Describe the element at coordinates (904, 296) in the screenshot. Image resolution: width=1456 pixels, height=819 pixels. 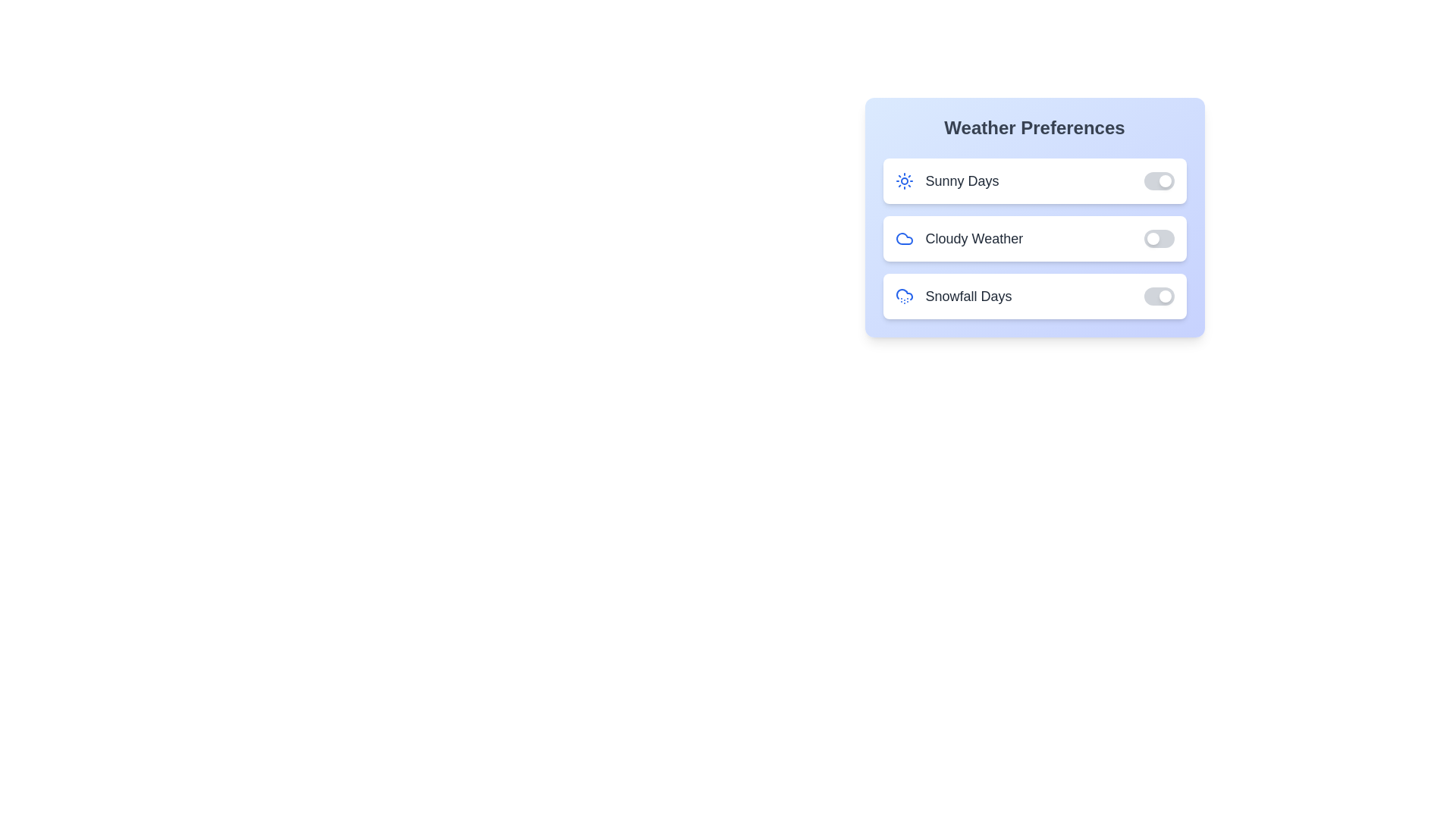
I see `the icon for Snowfall Days to provide detailed information` at that location.